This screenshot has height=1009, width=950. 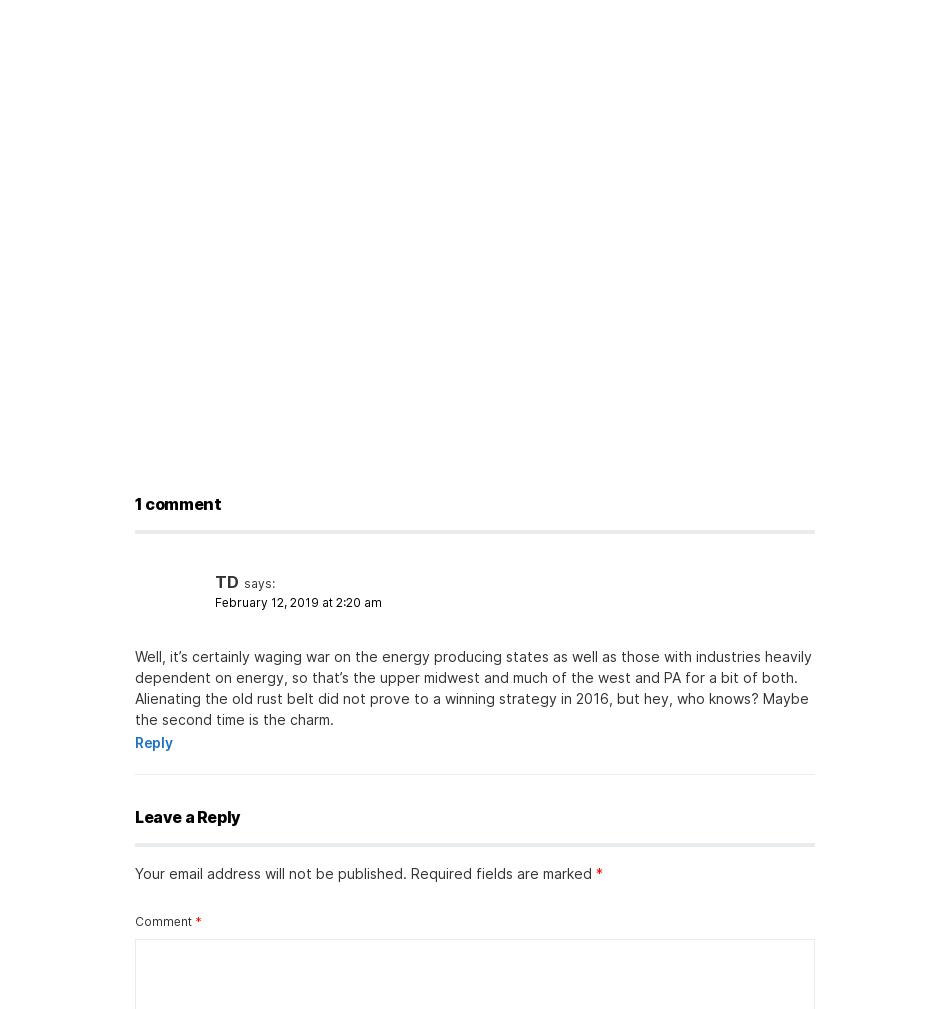 I want to click on '1 comment', so click(x=178, y=502).